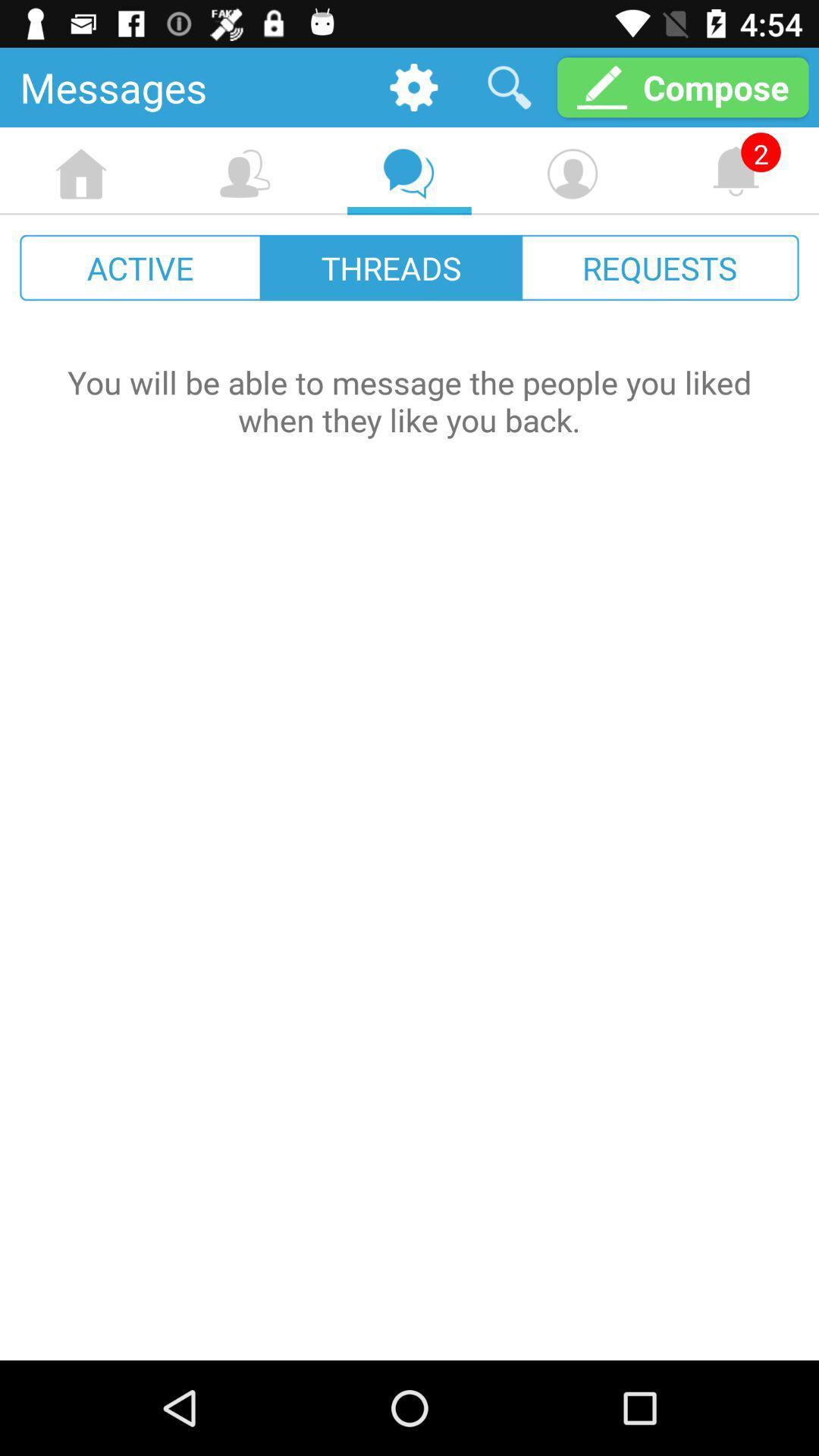 The width and height of the screenshot is (819, 1456). I want to click on requests item, so click(659, 268).